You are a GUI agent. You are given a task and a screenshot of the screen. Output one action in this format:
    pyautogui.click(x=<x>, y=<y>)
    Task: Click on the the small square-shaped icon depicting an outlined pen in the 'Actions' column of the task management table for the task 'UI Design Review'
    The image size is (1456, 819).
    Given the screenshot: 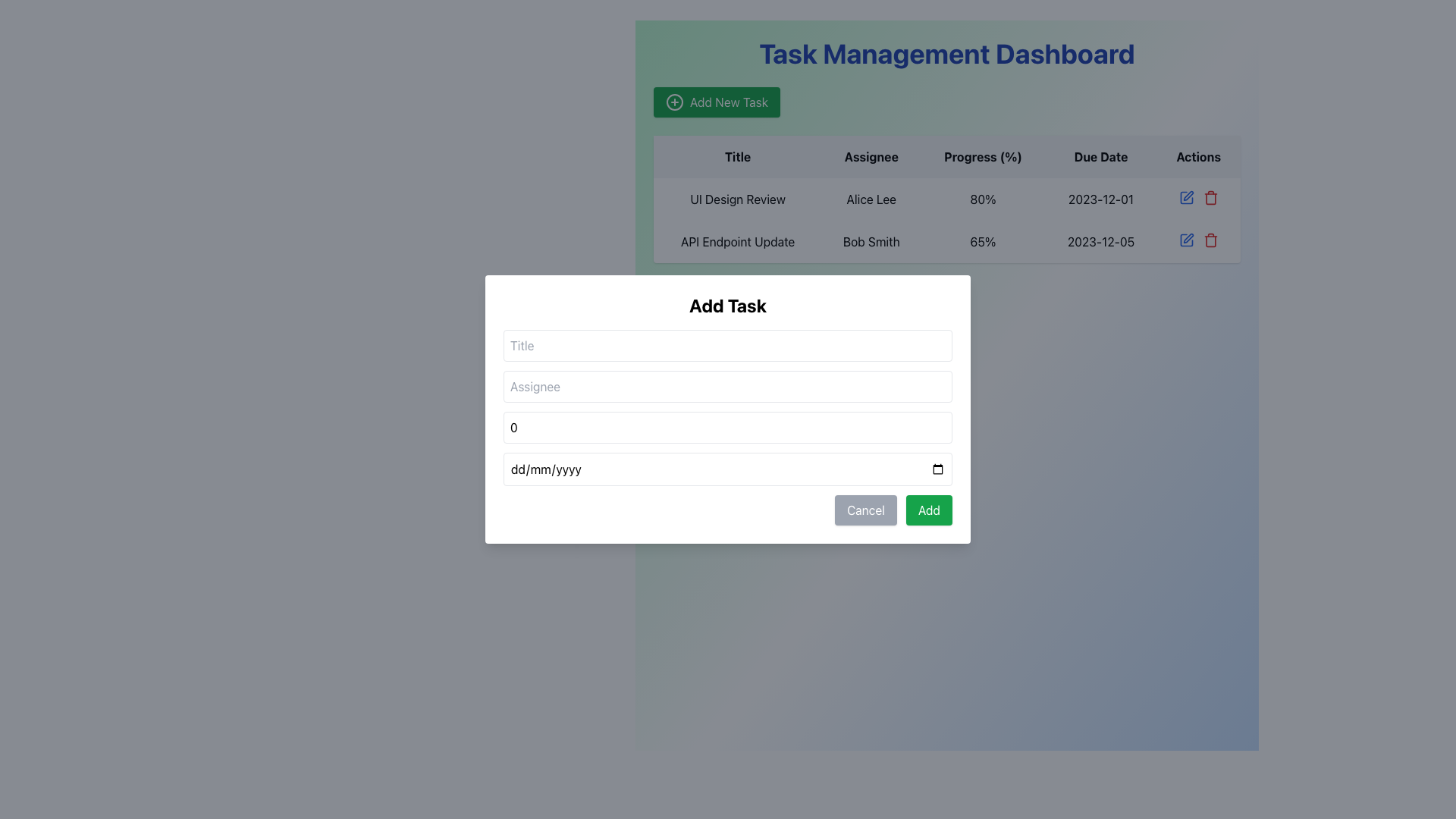 What is the action you would take?
    pyautogui.click(x=1185, y=197)
    